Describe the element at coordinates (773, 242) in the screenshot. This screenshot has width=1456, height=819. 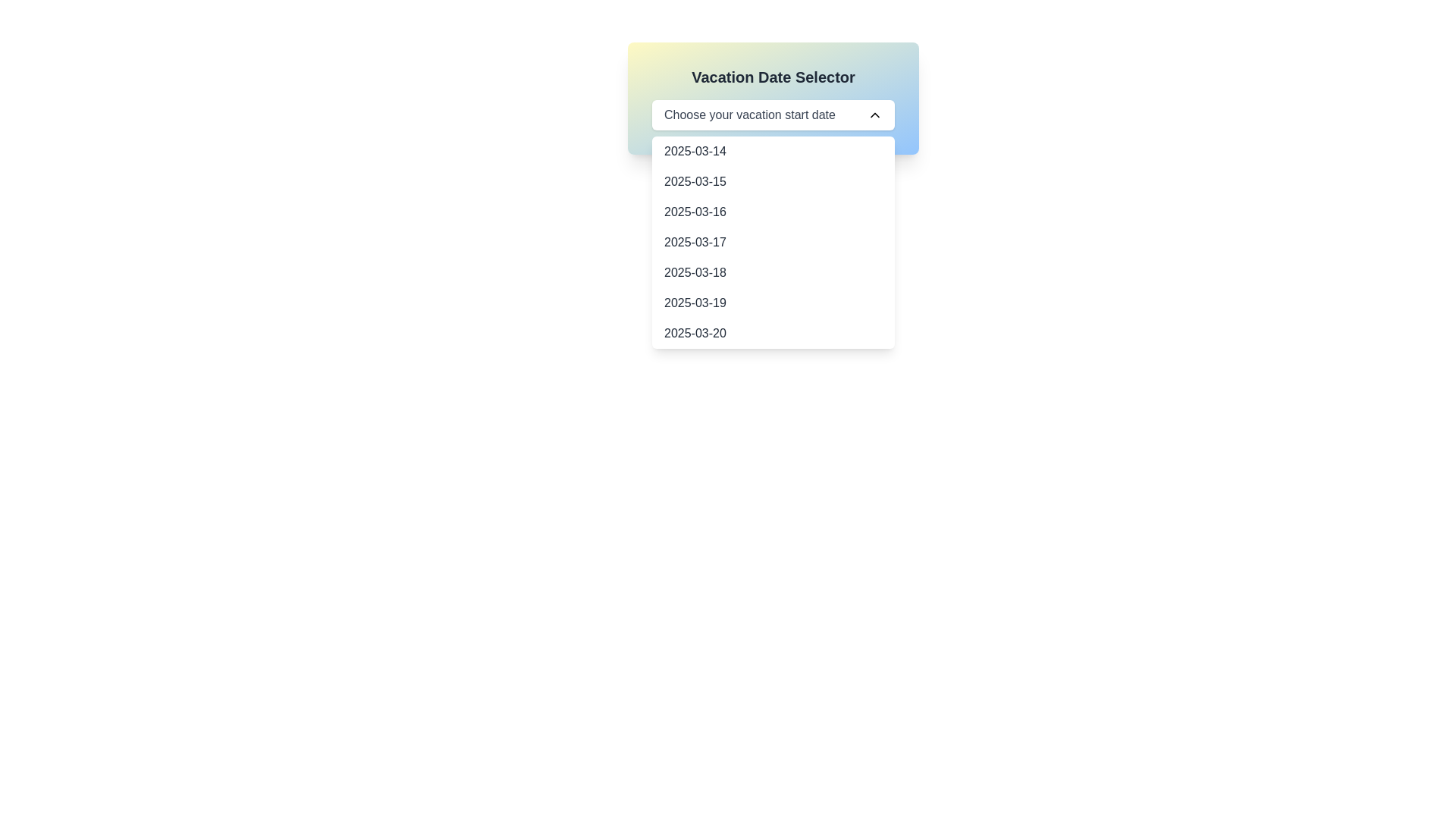
I see `the fourth item in the dropdown menu representing a selectable date, situated between '2025-03-16' and '2025-03-18' under the 'Vacation Date Selector'` at that location.